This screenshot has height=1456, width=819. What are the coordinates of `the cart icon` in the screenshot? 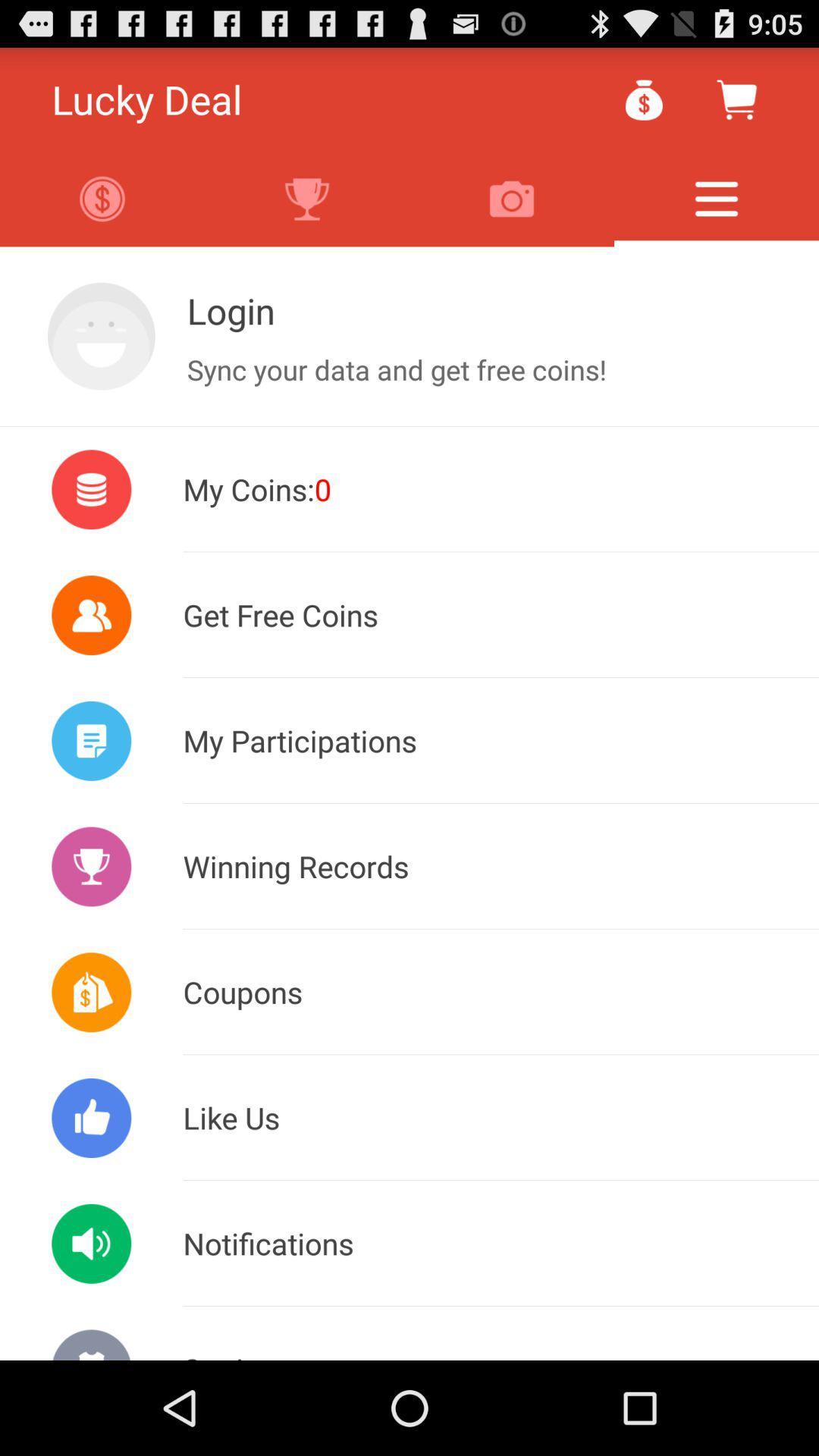 It's located at (736, 105).